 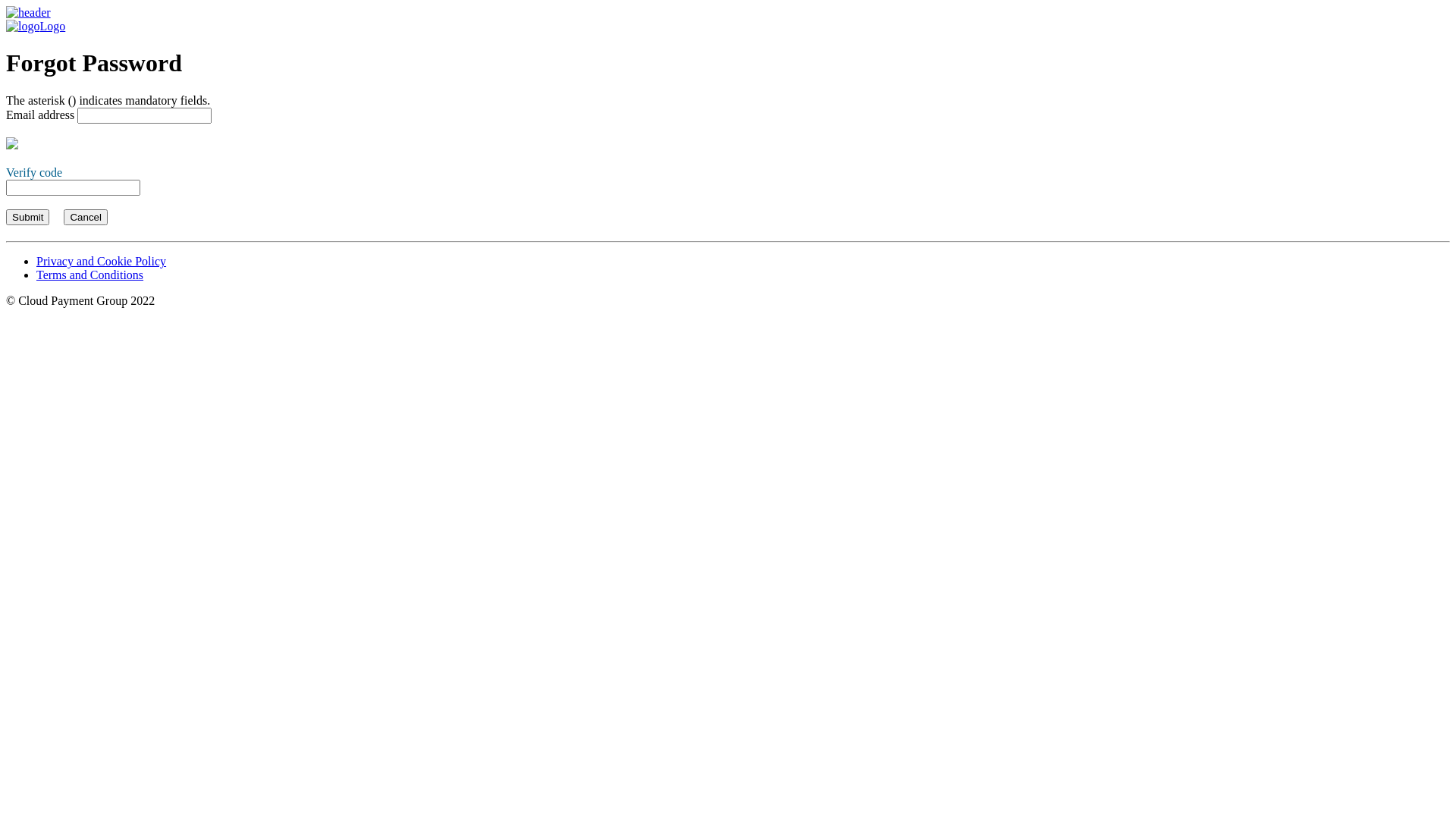 I want to click on 'Logo', so click(x=6, y=19).